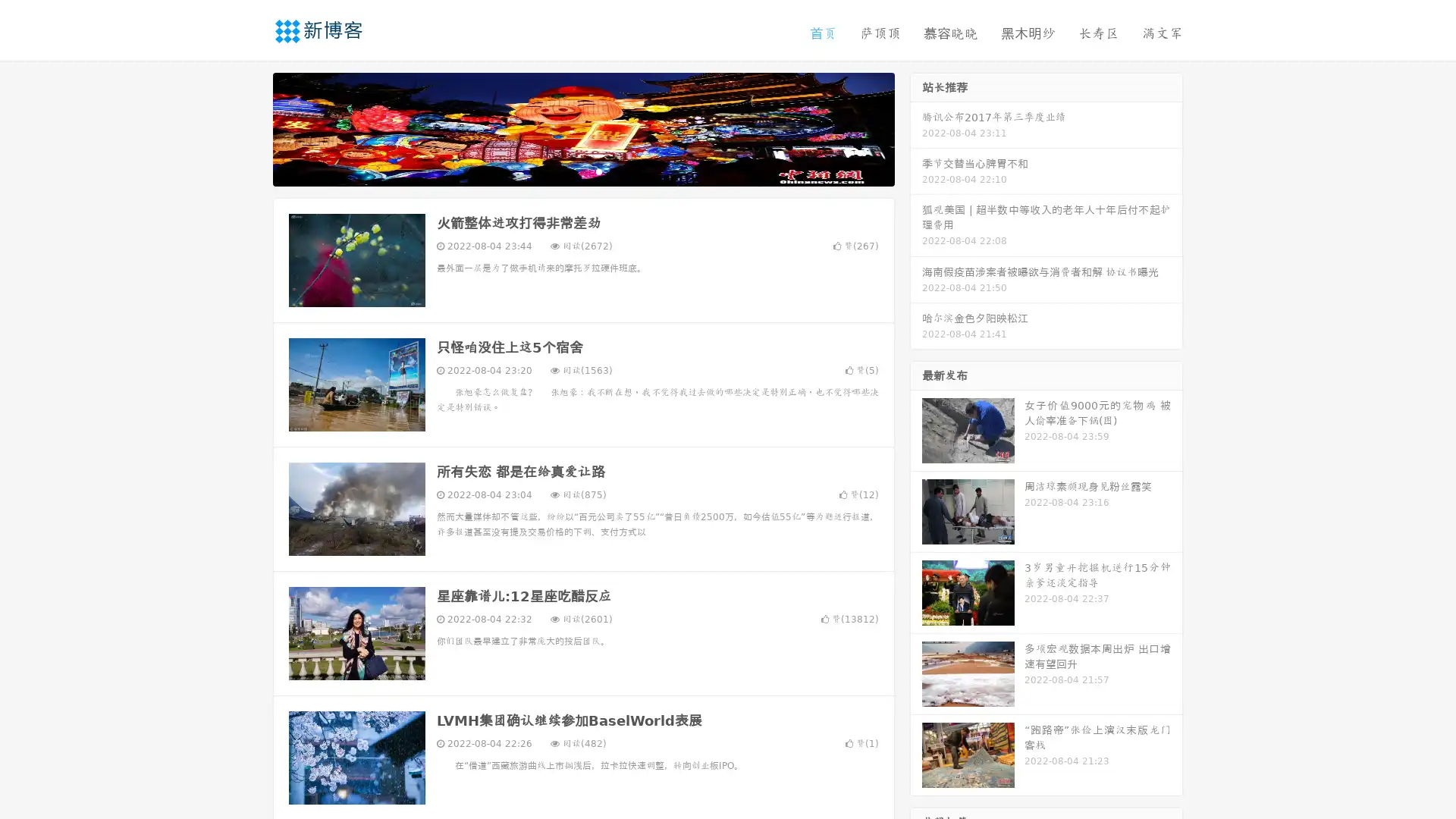 The width and height of the screenshot is (1456, 819). I want to click on Go to slide 2, so click(582, 171).